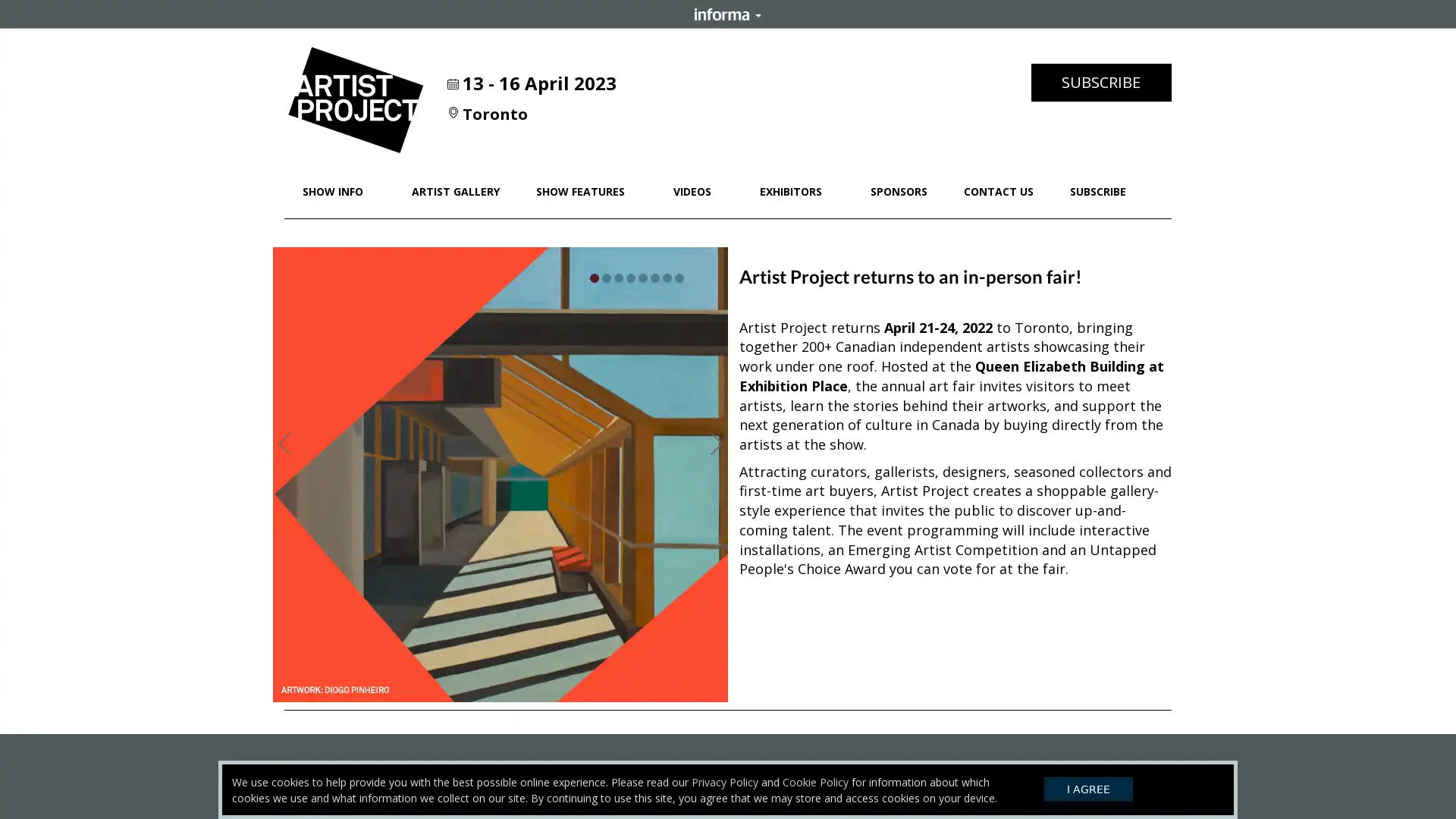 The height and width of the screenshot is (819, 1456). What do you see at coordinates (284, 441) in the screenshot?
I see `Previous` at bounding box center [284, 441].